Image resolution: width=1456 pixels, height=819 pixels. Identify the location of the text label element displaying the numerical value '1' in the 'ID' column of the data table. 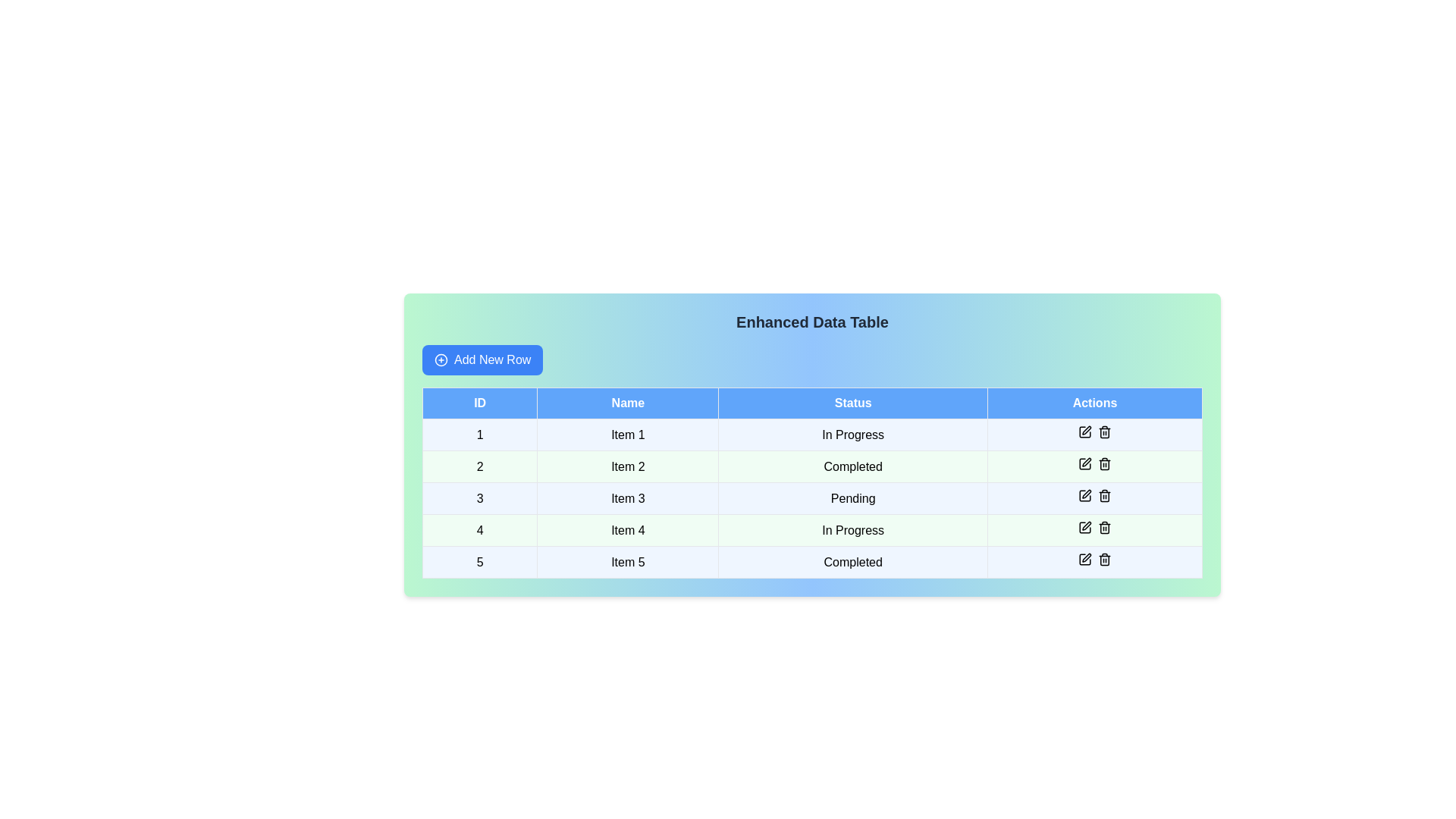
(479, 435).